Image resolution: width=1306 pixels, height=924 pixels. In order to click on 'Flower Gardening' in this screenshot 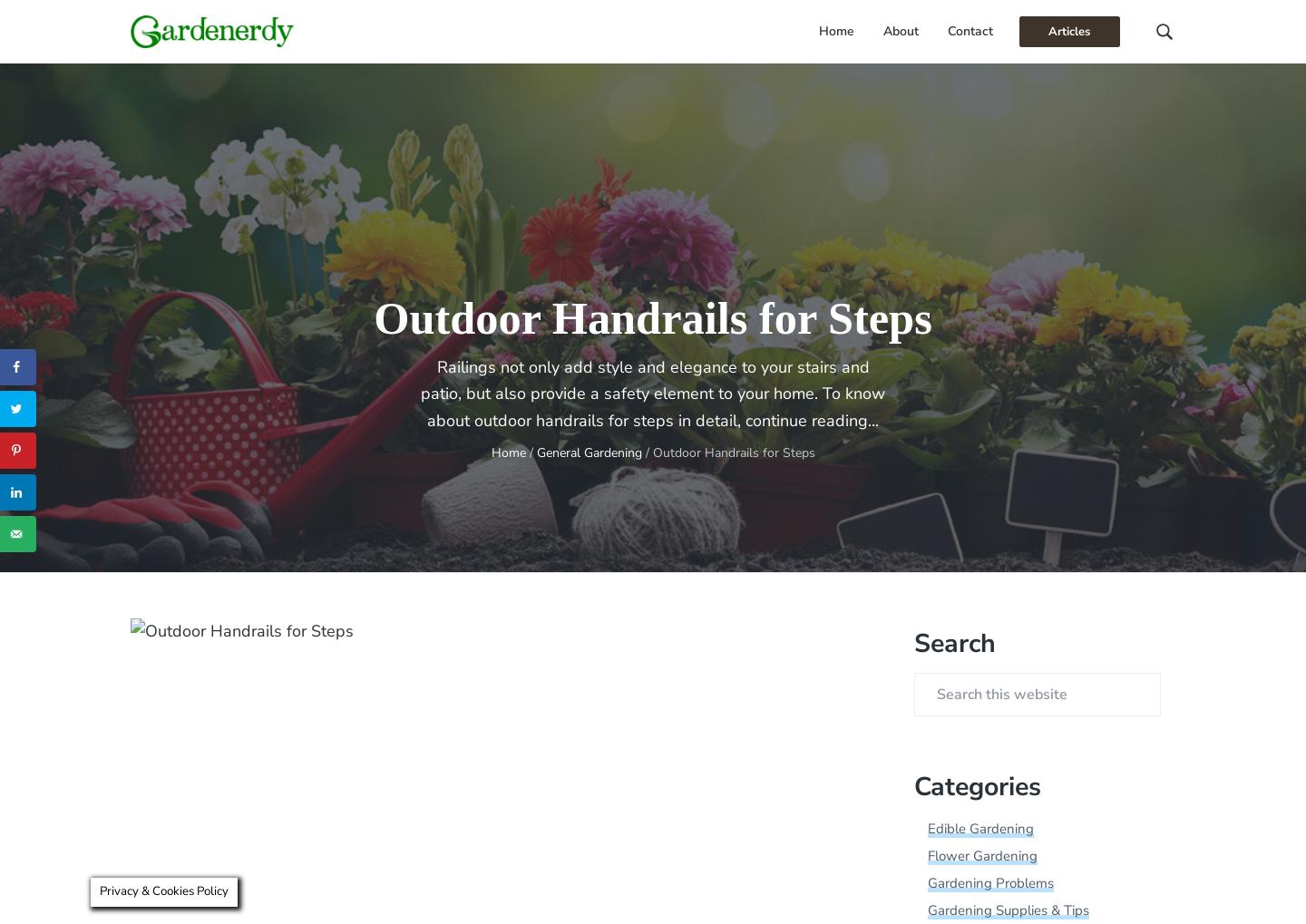, I will do `click(981, 855)`.